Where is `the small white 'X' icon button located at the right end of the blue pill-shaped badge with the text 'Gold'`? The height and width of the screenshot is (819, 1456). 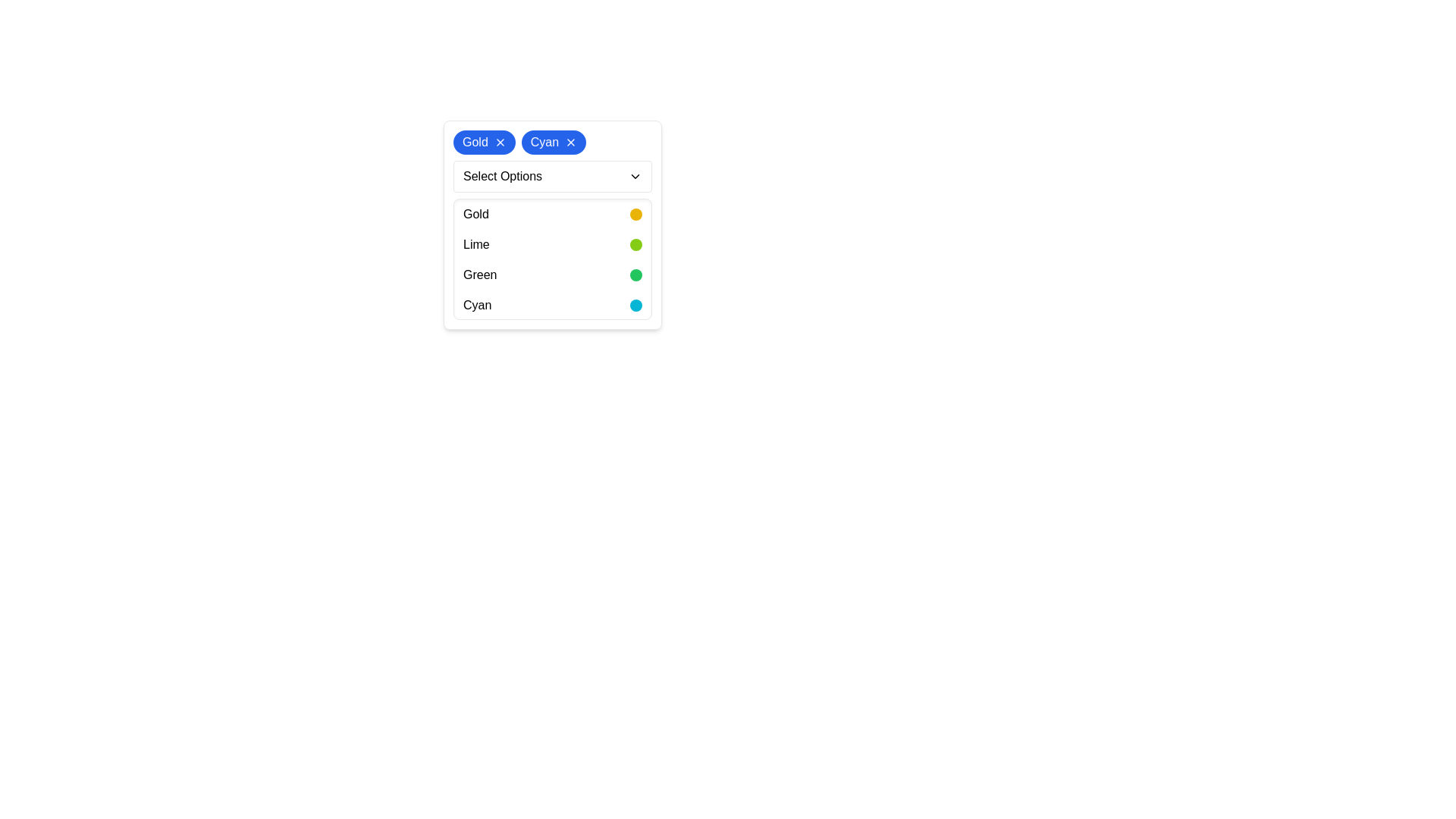 the small white 'X' icon button located at the right end of the blue pill-shaped badge with the text 'Gold' is located at coordinates (500, 143).